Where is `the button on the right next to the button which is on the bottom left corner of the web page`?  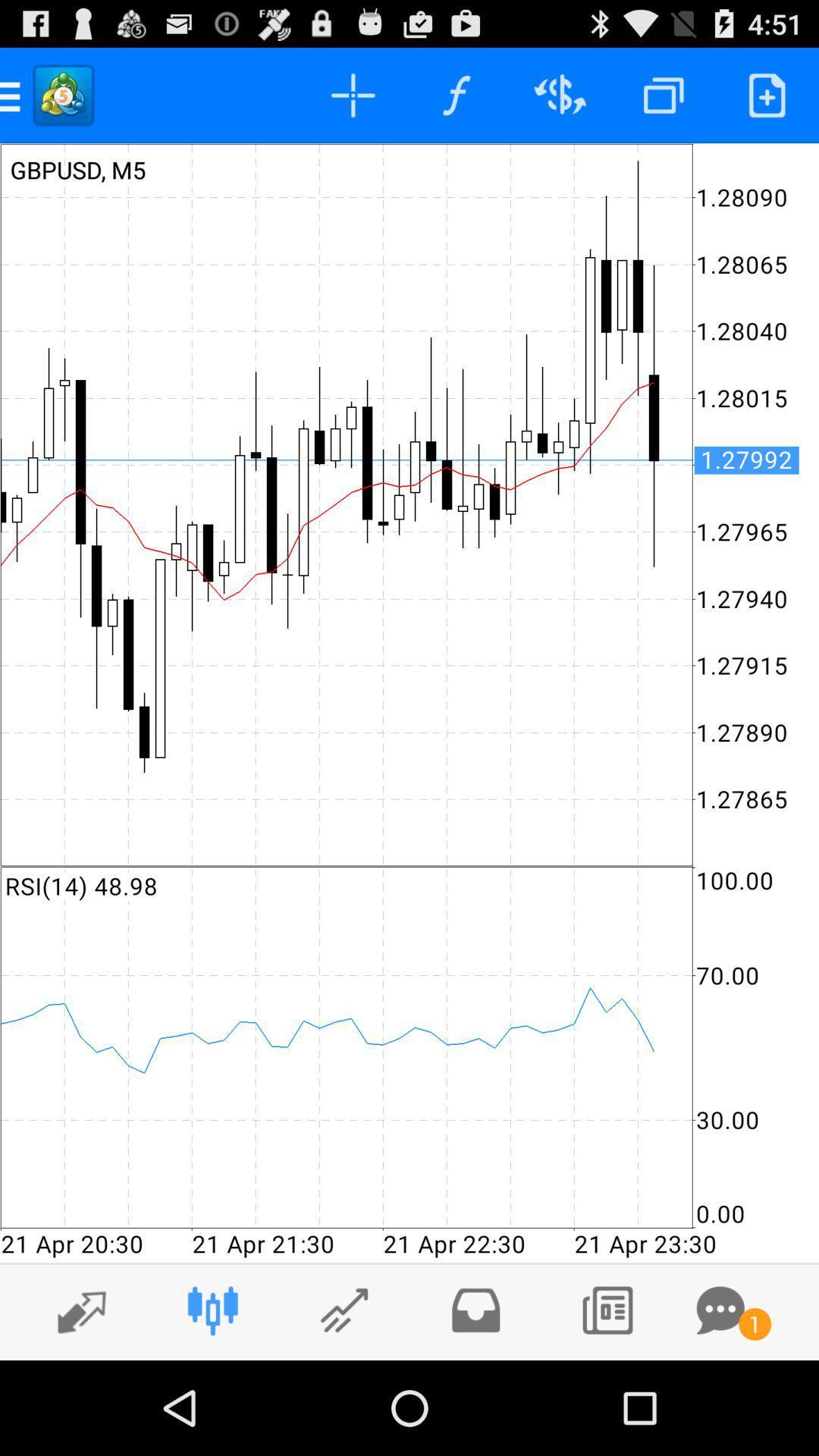 the button on the right next to the button which is on the bottom left corner of the web page is located at coordinates (213, 1310).